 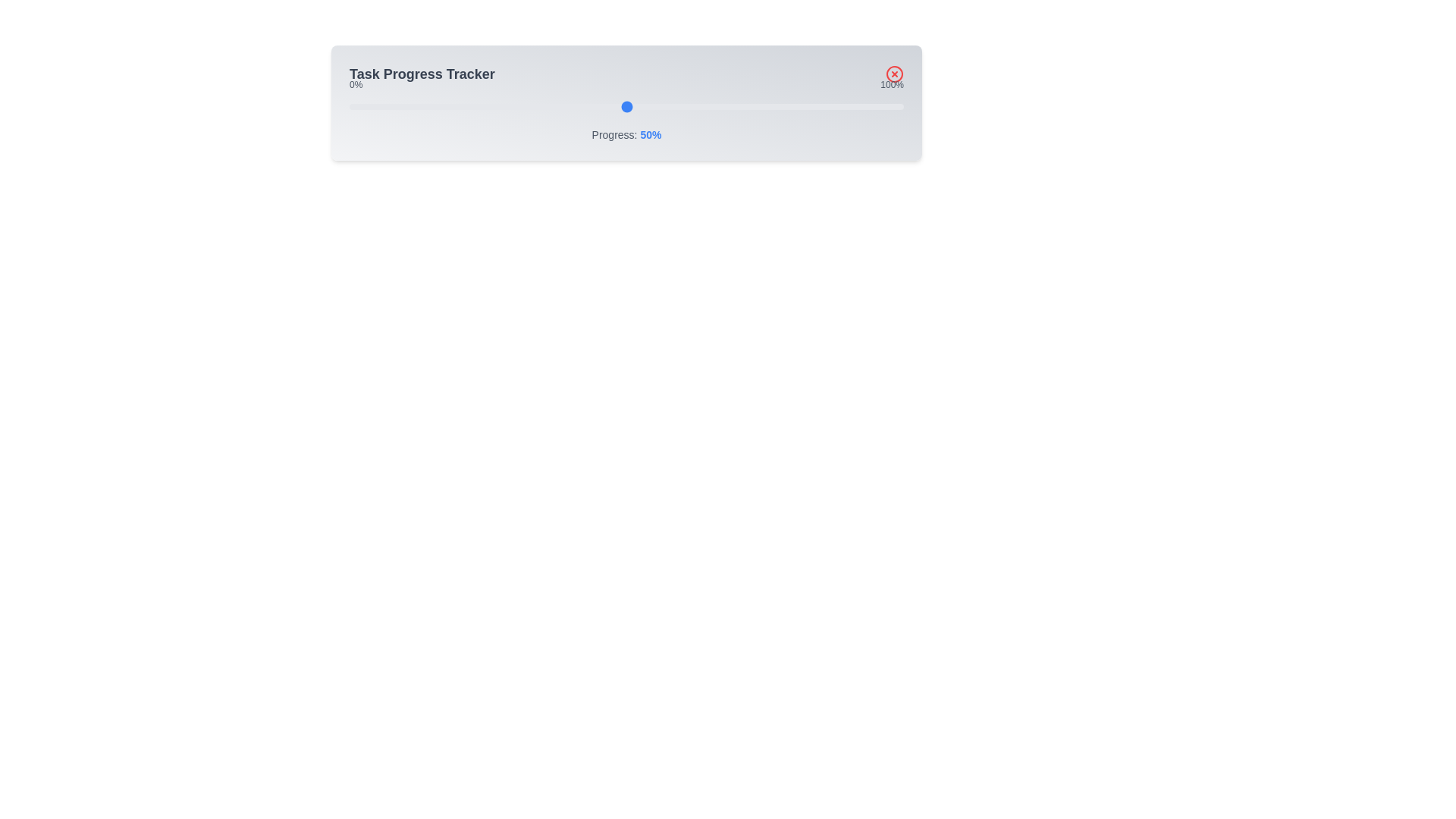 What do you see at coordinates (453, 106) in the screenshot?
I see `task progress` at bounding box center [453, 106].